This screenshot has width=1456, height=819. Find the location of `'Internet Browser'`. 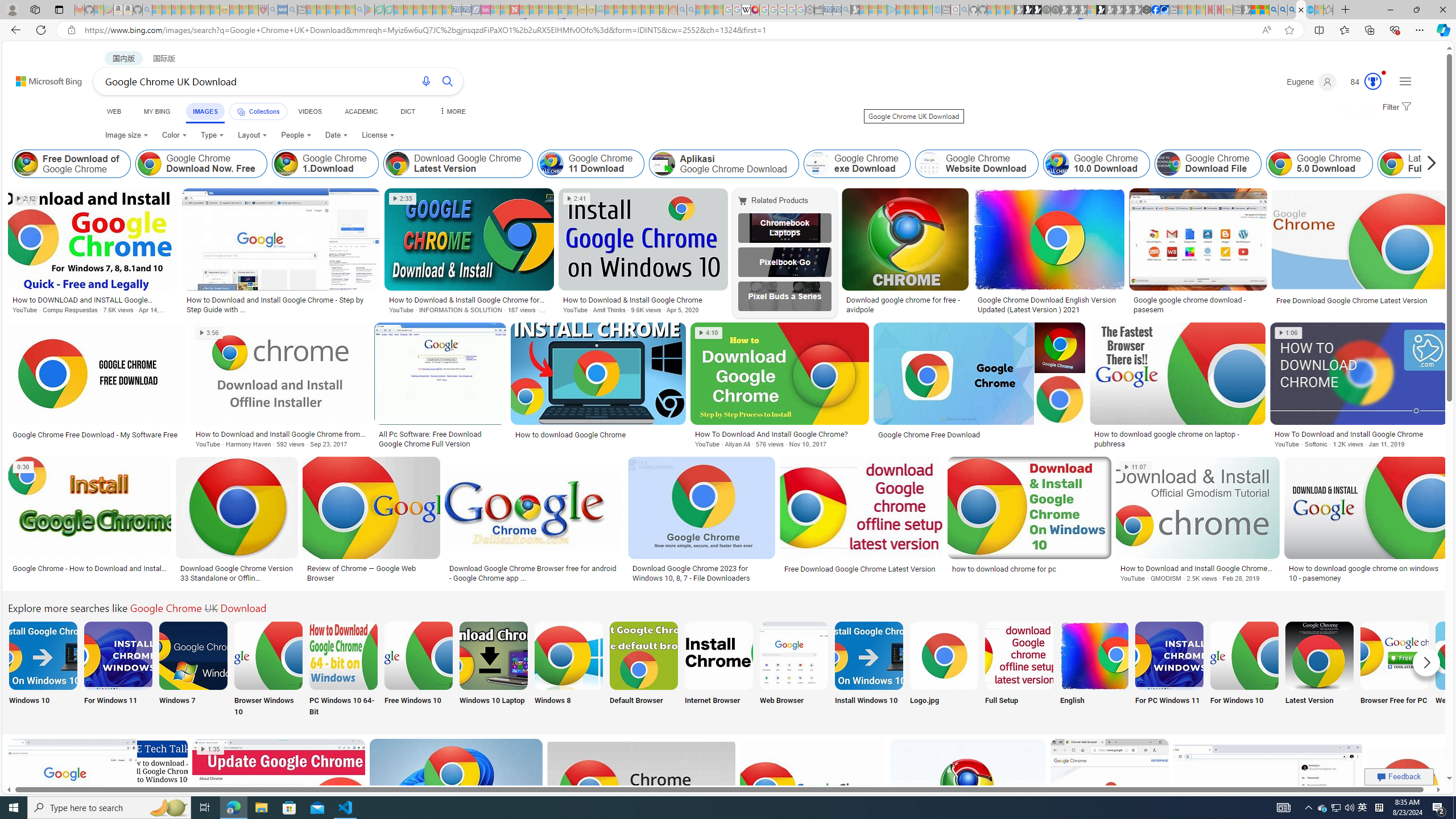

'Internet Browser' is located at coordinates (718, 669).